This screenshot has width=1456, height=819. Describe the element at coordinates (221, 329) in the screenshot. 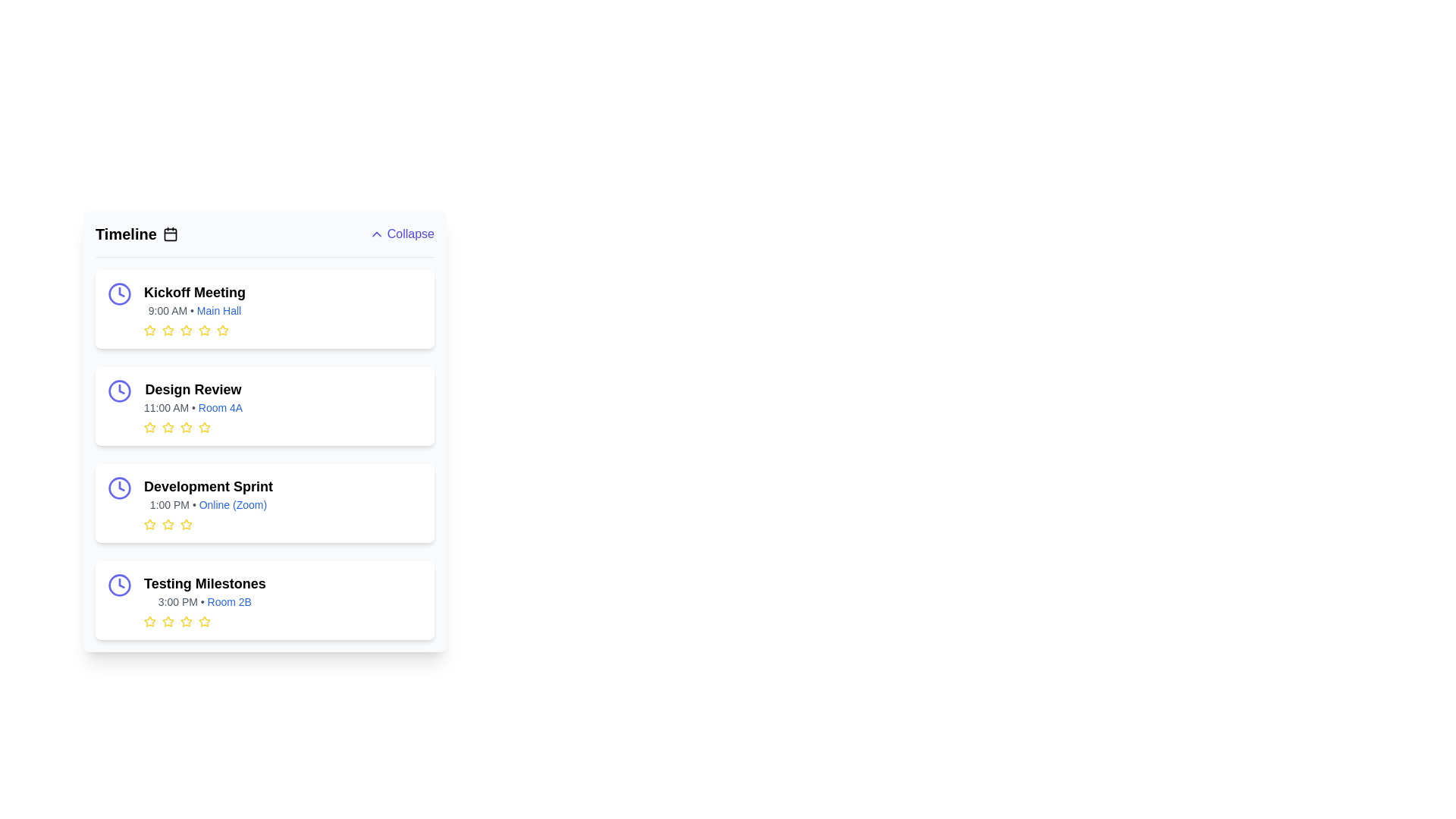

I see `the fifth star icon in the 'Kickoff Meeting' card` at that location.